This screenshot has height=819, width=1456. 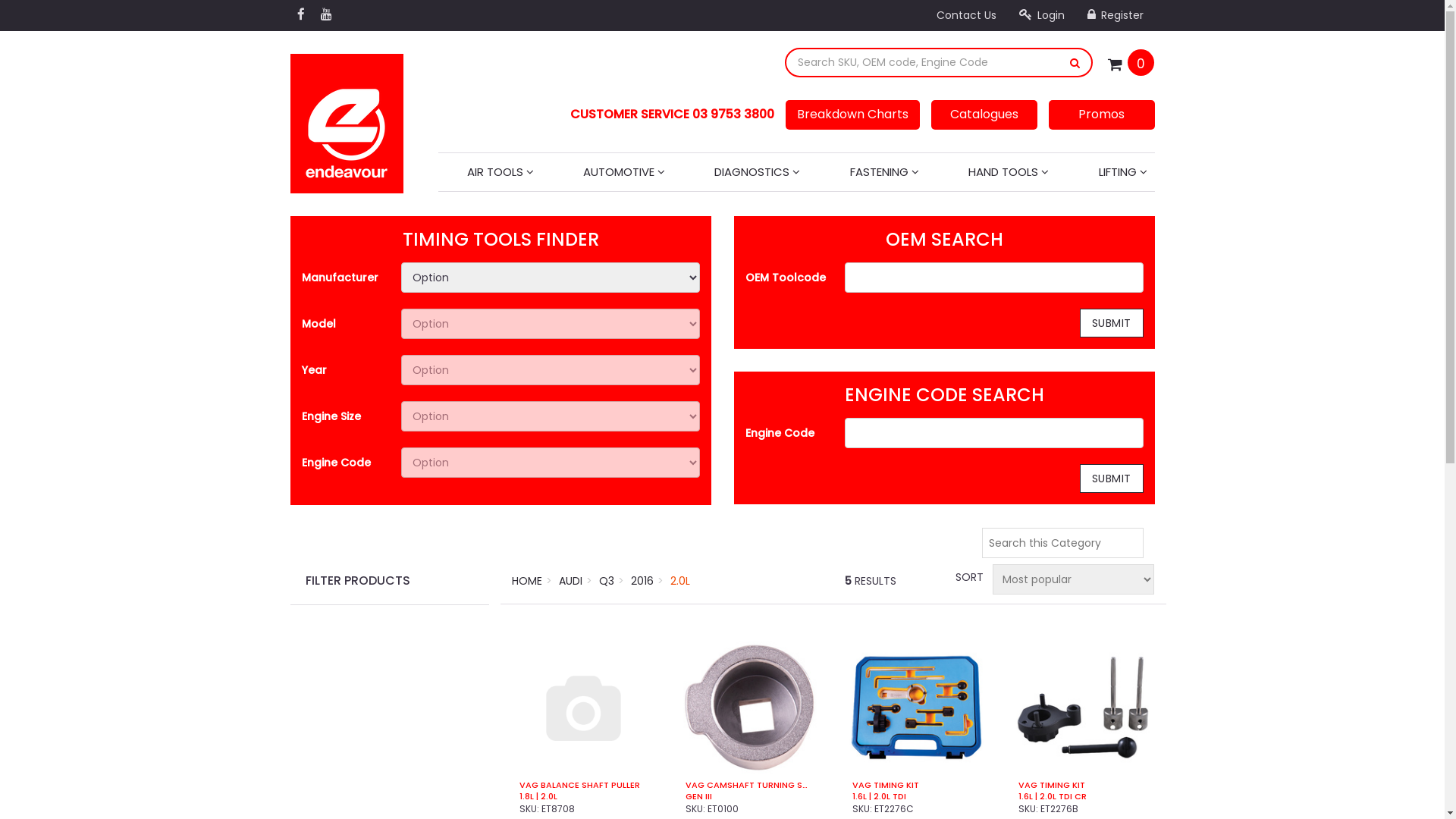 What do you see at coordinates (558, 580) in the screenshot?
I see `'AUDI'` at bounding box center [558, 580].